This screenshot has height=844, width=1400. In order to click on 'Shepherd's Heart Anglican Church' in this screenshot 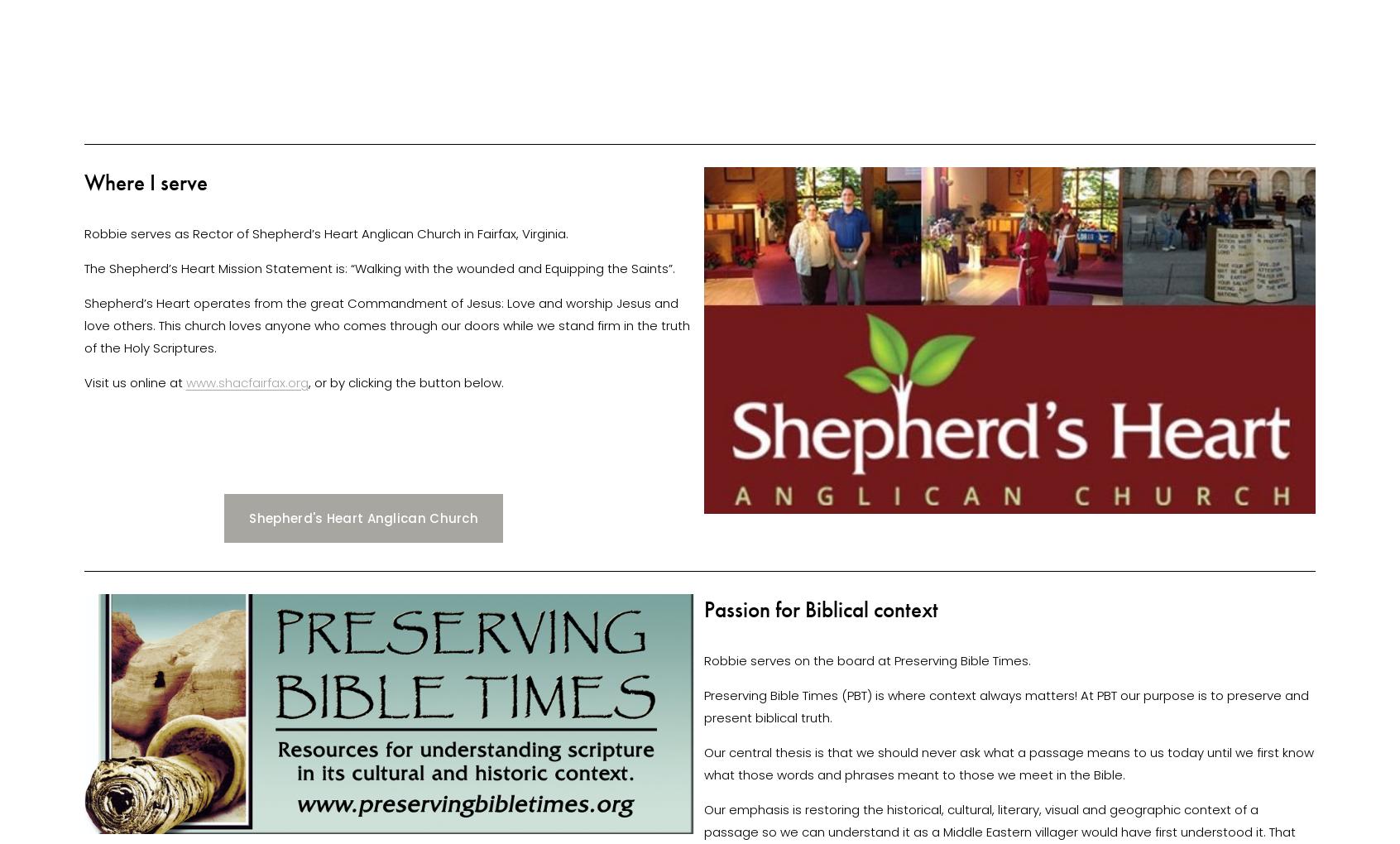, I will do `click(248, 516)`.